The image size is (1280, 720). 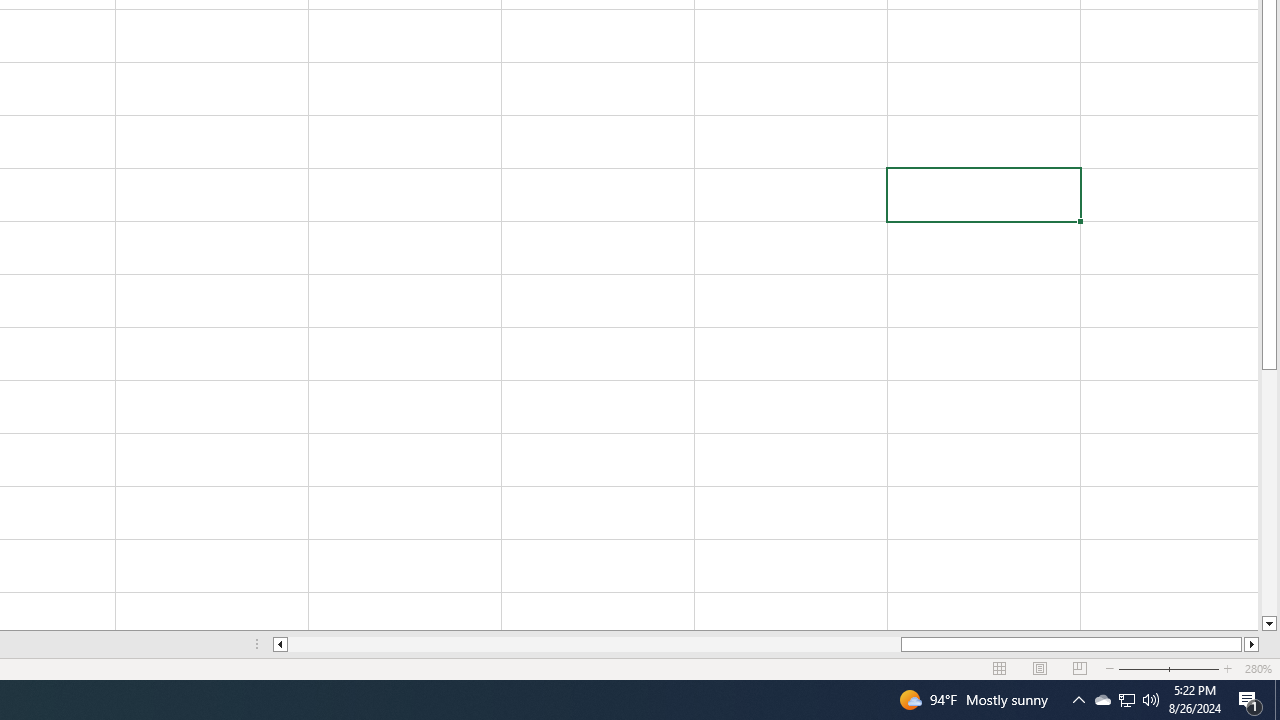 What do you see at coordinates (1168, 669) in the screenshot?
I see `'Zoom'` at bounding box center [1168, 669].